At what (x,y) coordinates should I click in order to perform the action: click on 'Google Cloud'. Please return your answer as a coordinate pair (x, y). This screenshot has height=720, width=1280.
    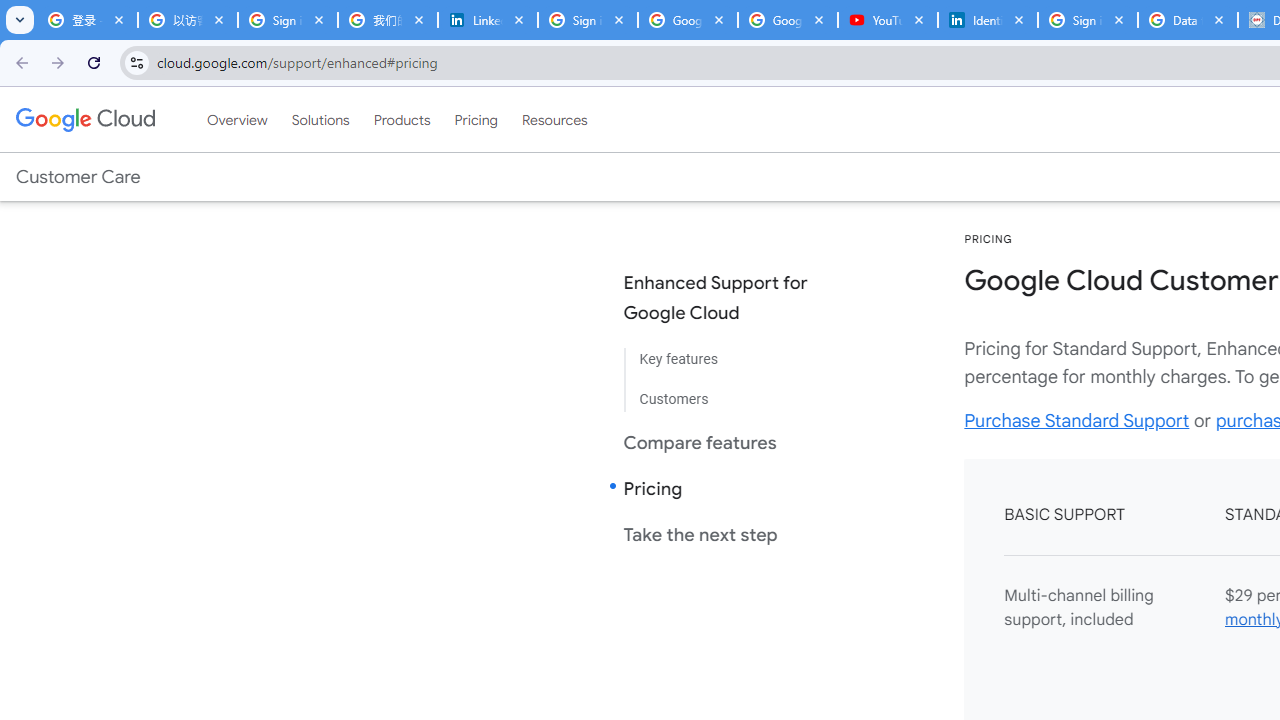
    Looking at the image, I should click on (84, 119).